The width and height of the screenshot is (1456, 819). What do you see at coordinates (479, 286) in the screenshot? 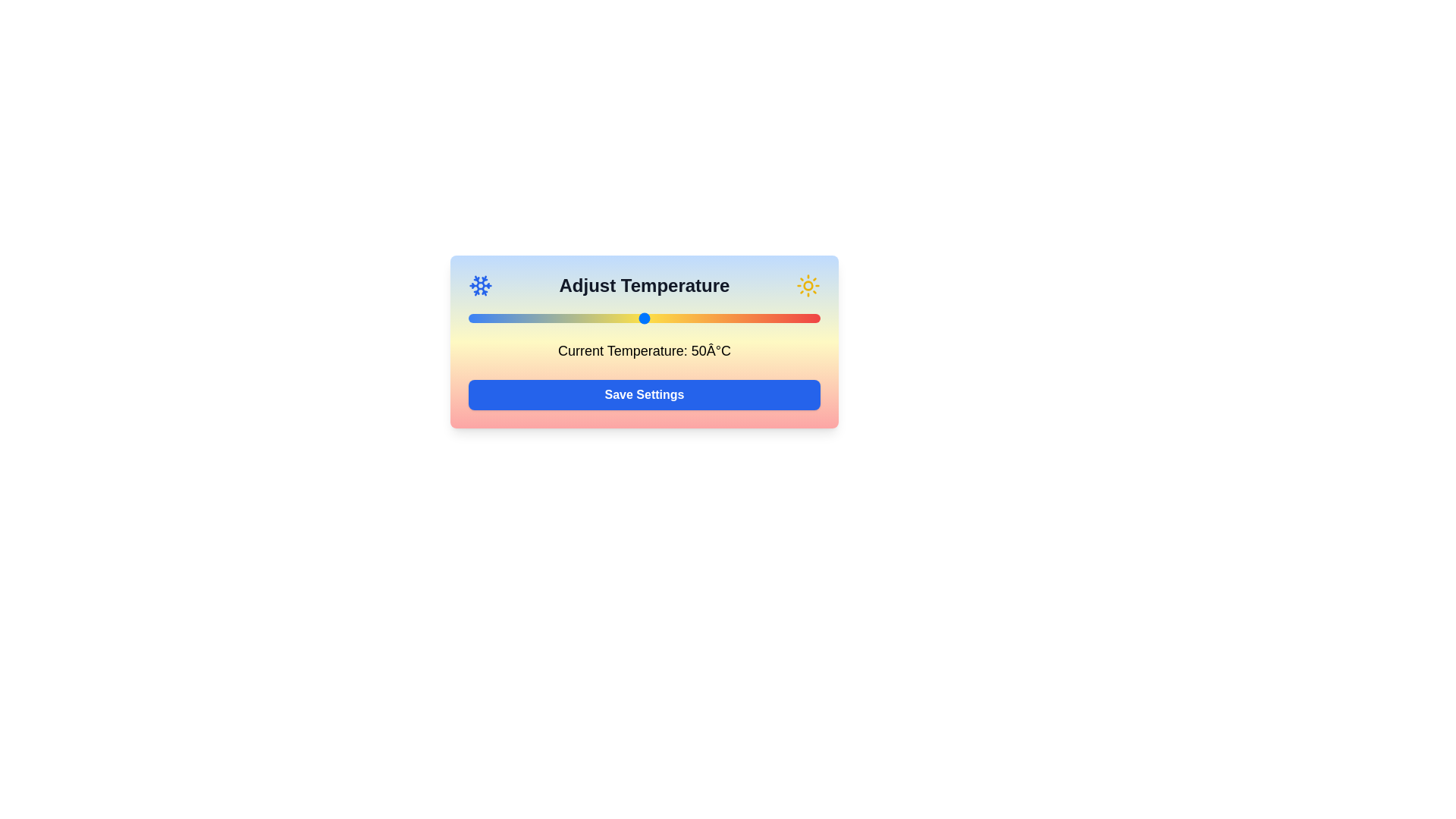
I see `the snowflake icon to inspect it` at bounding box center [479, 286].